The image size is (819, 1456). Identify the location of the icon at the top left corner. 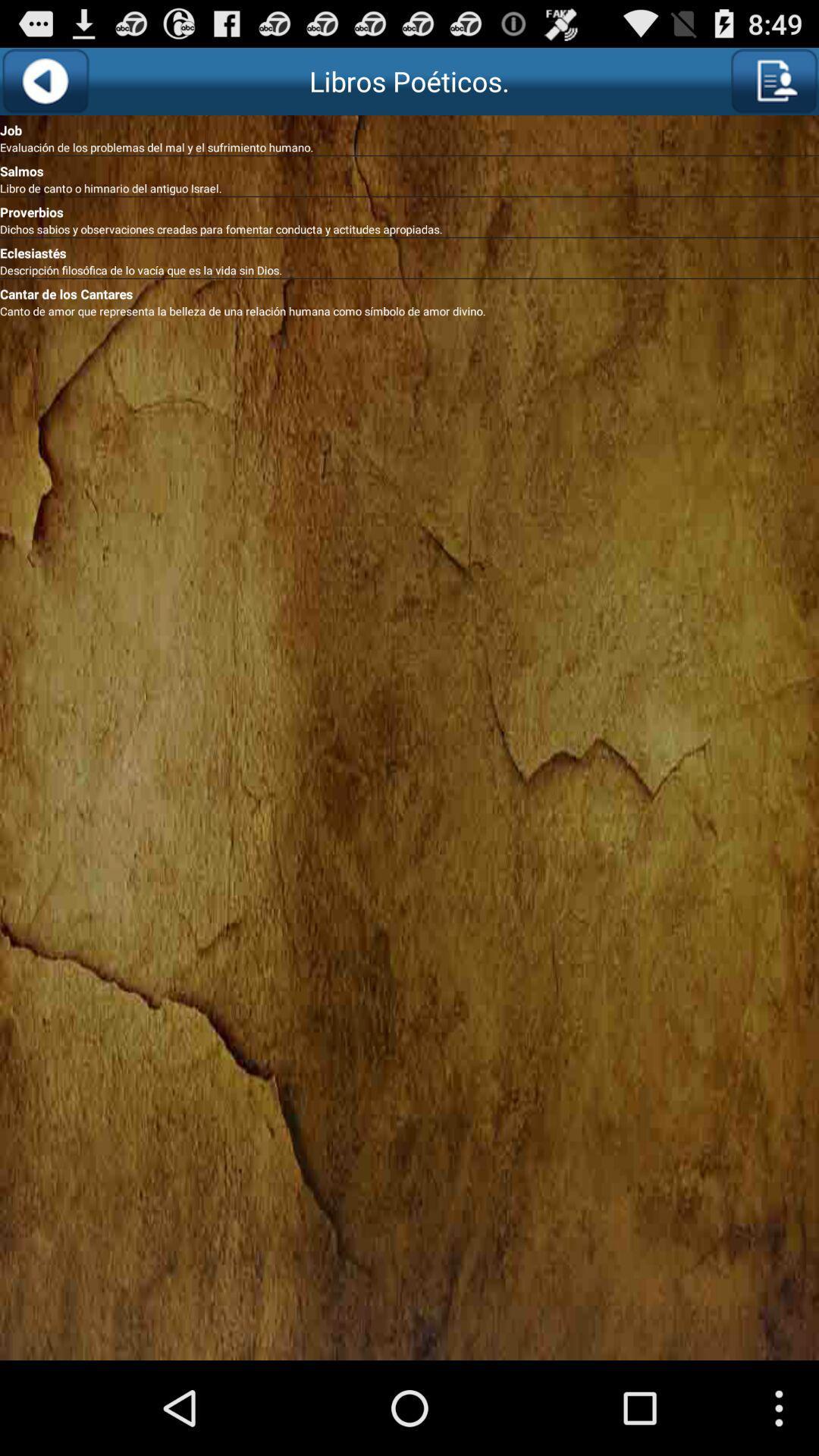
(44, 80).